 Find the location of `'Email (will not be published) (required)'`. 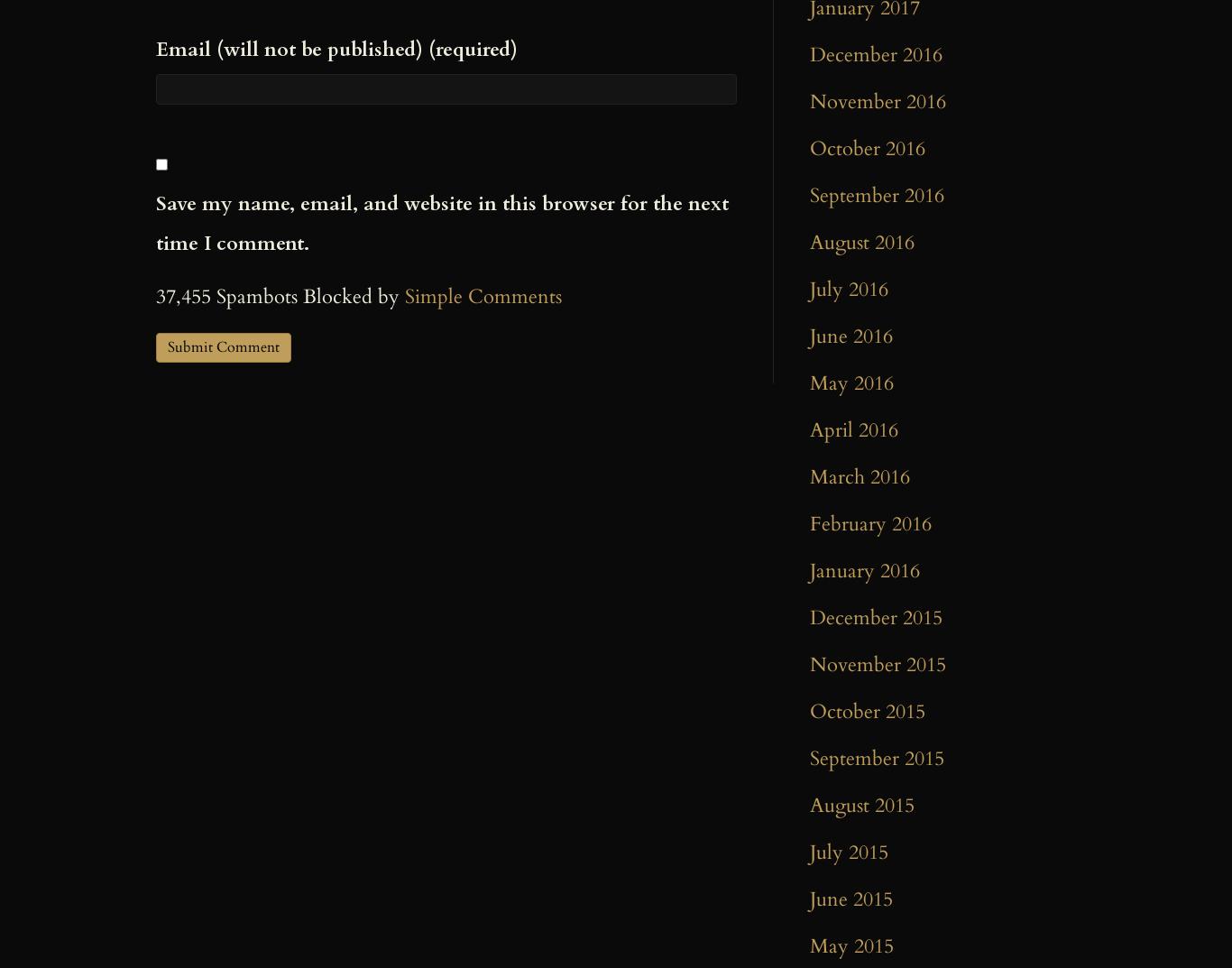

'Email (will not be published) (required)' is located at coordinates (154, 47).